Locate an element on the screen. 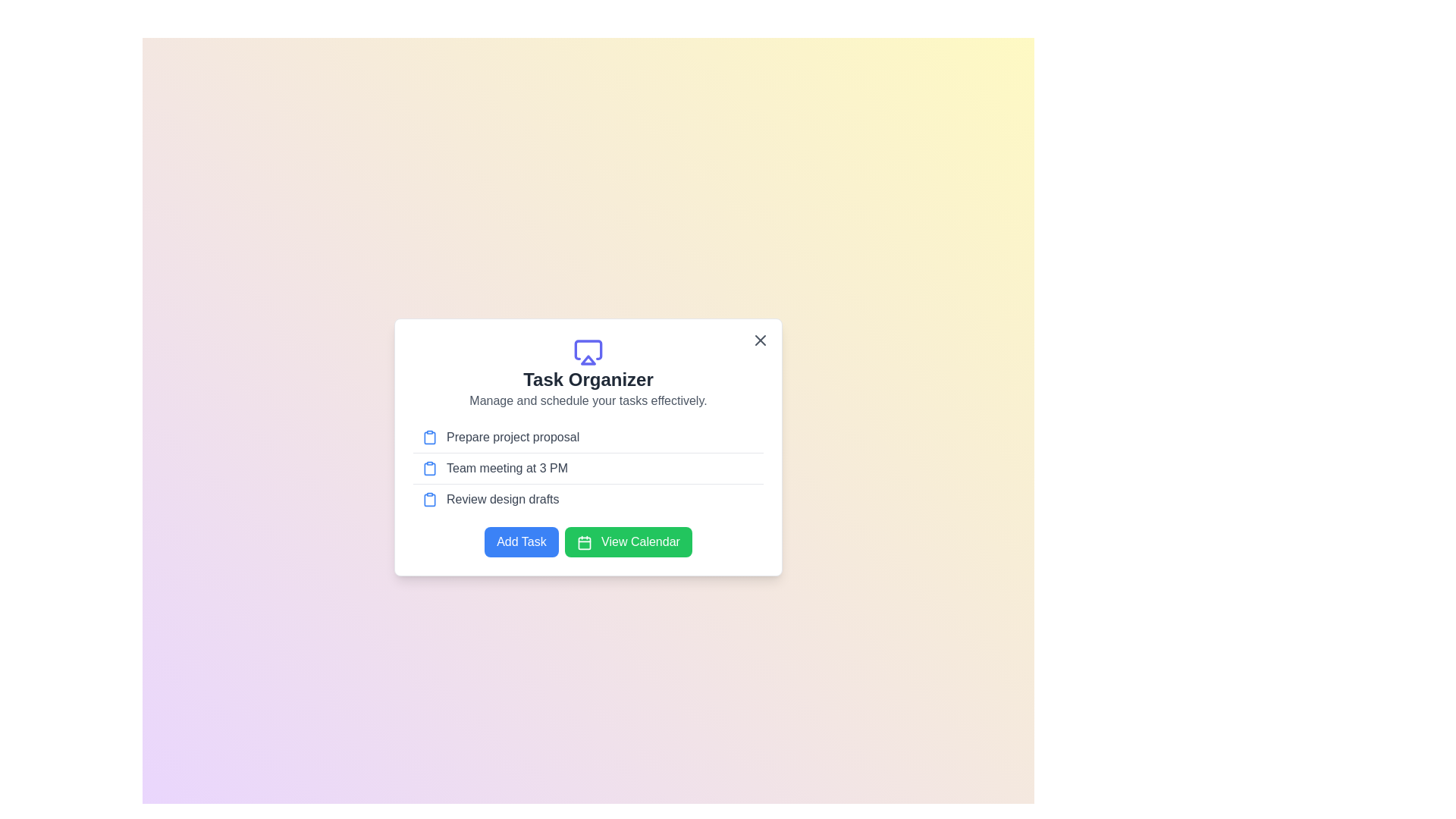 The width and height of the screenshot is (1456, 819). the label reading 'Prepare project proposal', which is styled in a clean, sans-serif font and is positioned at the top of the task list in the centered popup interface is located at coordinates (513, 438).